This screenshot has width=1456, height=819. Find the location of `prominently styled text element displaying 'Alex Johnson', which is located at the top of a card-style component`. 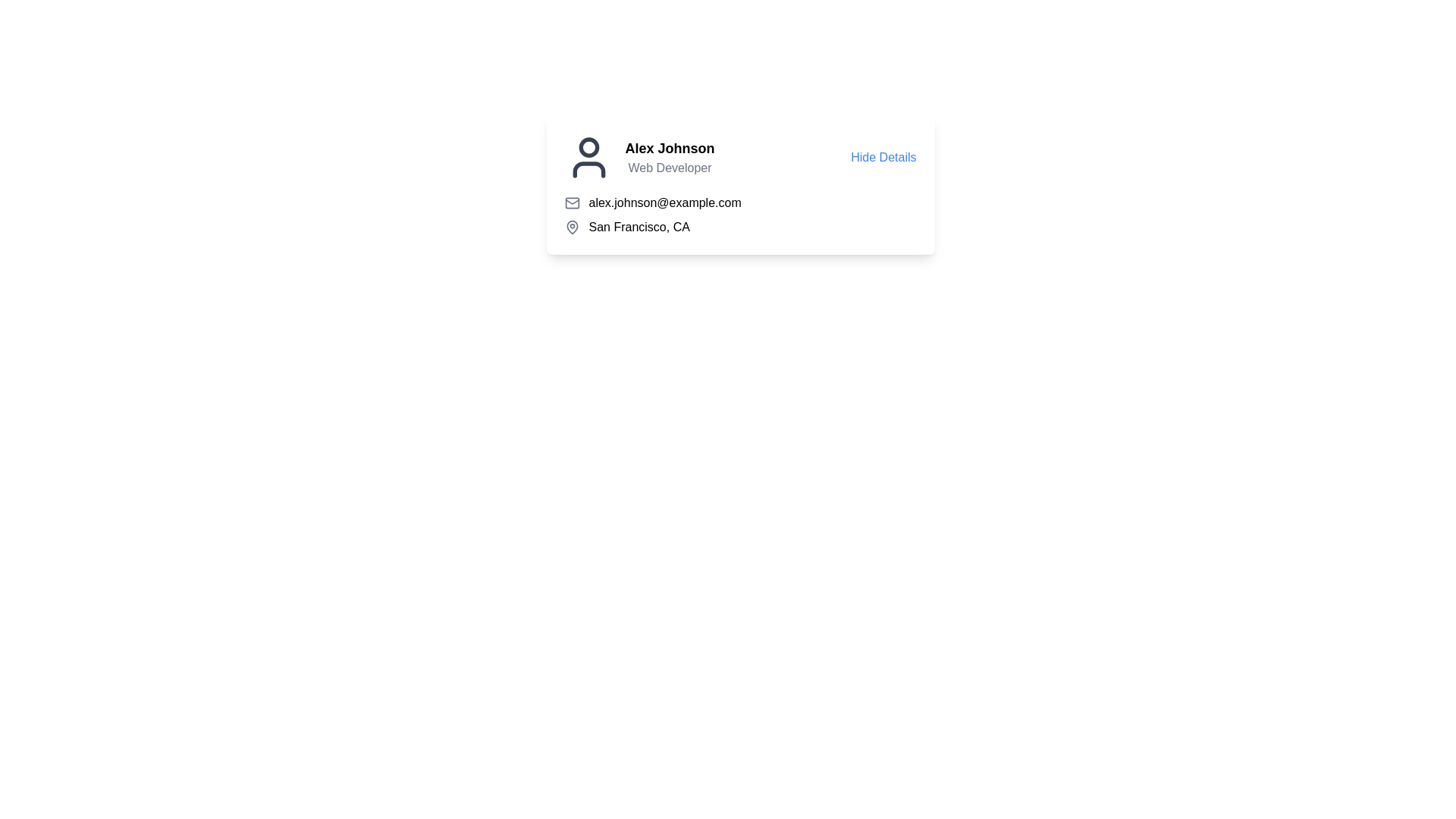

prominently styled text element displaying 'Alex Johnson', which is located at the top of a card-style component is located at coordinates (669, 149).